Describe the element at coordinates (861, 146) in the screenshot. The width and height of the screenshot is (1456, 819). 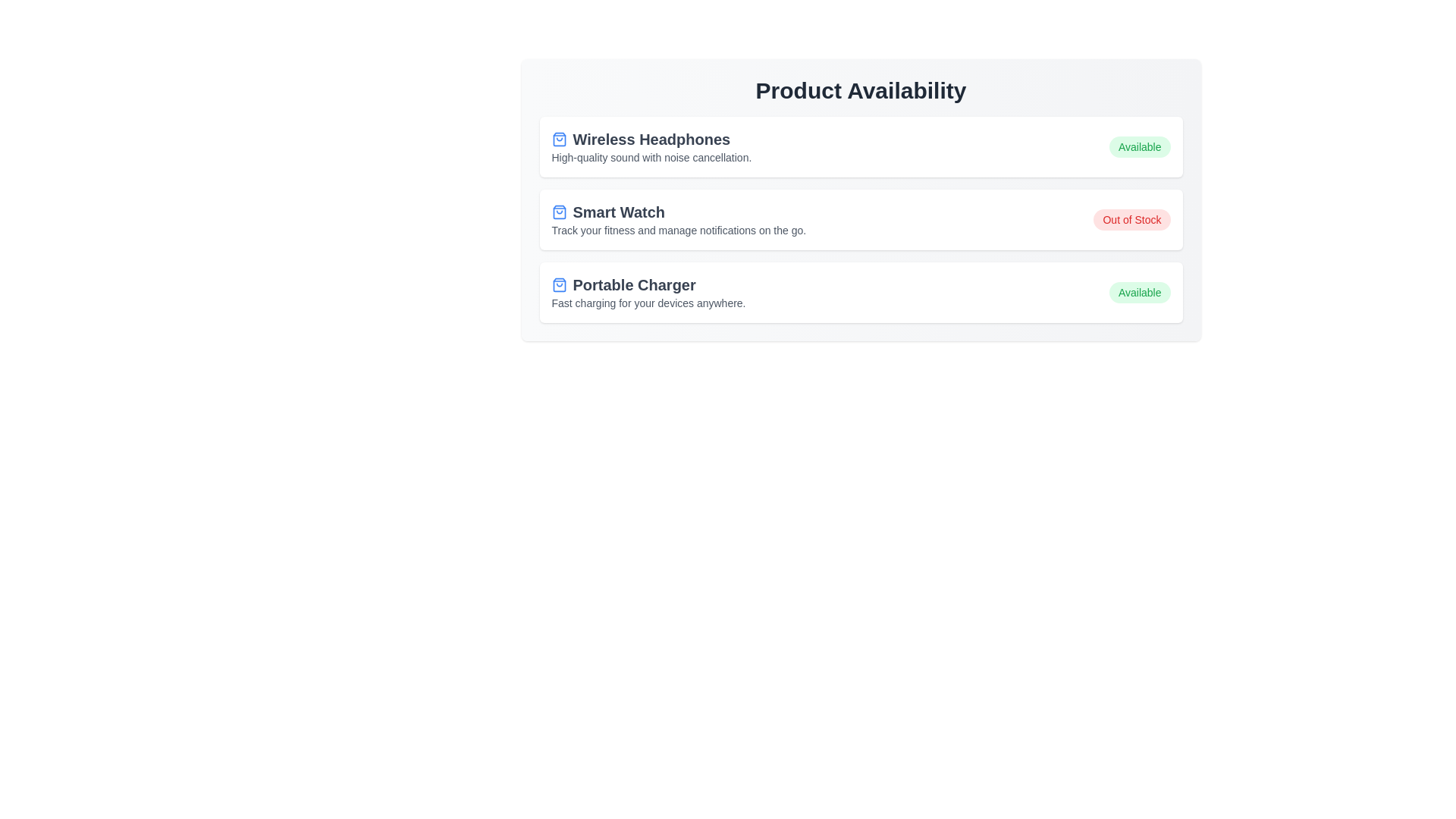
I see `the product Wireless Headphones to reveal additional options` at that location.